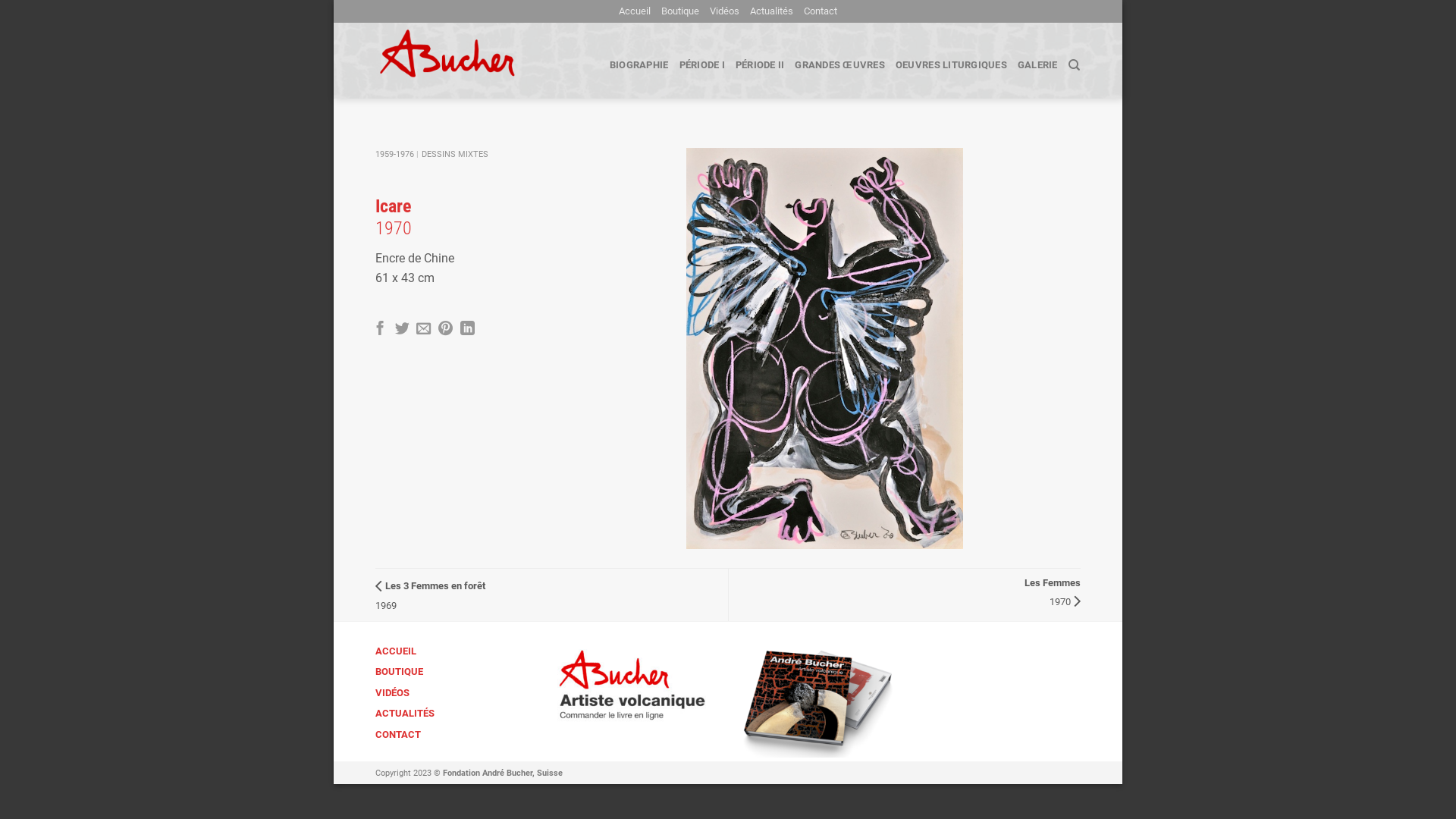  I want to click on 'Boutique', so click(679, 11).